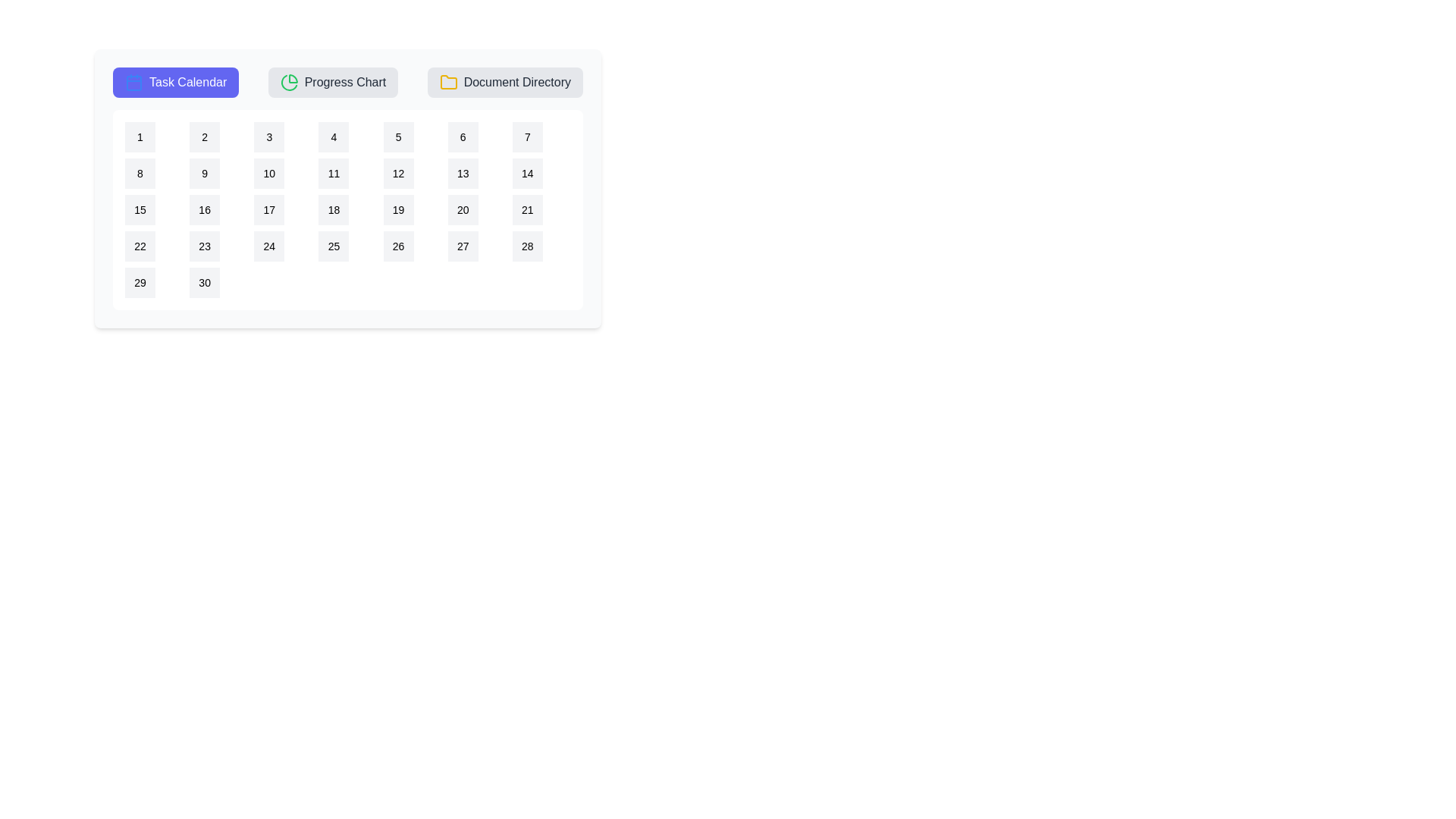 Image resolution: width=1456 pixels, height=819 pixels. What do you see at coordinates (333, 210) in the screenshot?
I see `the calendar date 18` at bounding box center [333, 210].